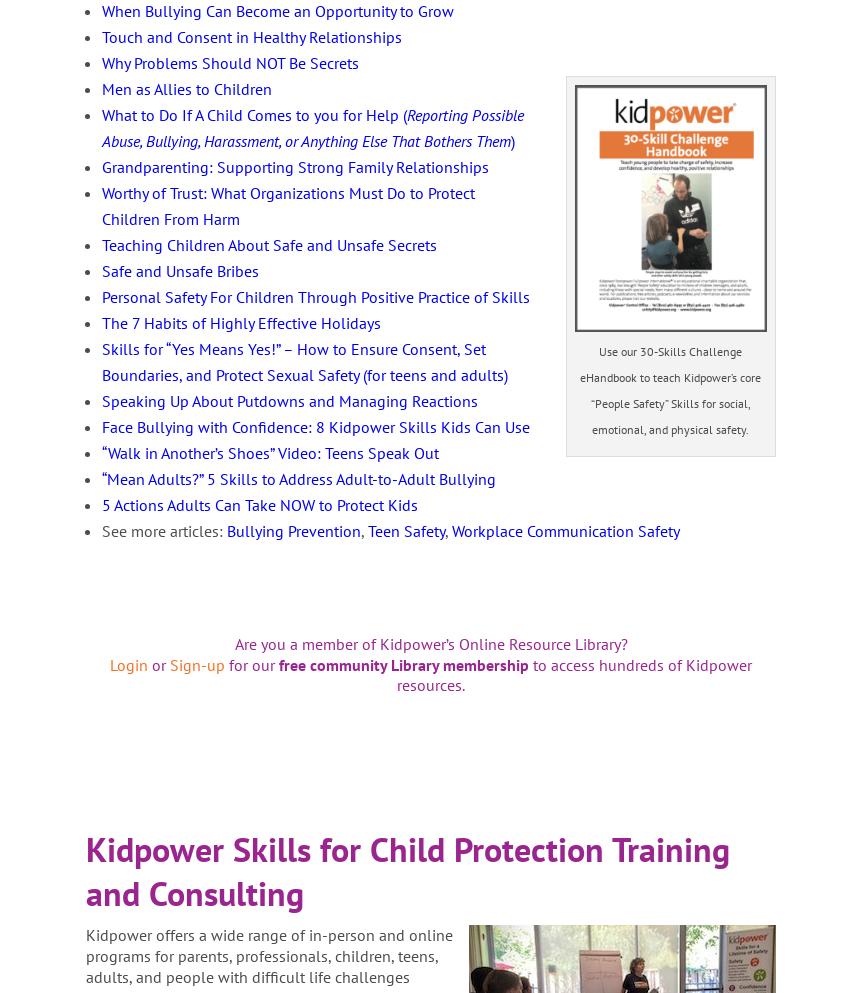 The height and width of the screenshot is (993, 862). Describe the element at coordinates (406, 869) in the screenshot. I see `'Kidpower Skills for Child Protection Training and Consulting'` at that location.